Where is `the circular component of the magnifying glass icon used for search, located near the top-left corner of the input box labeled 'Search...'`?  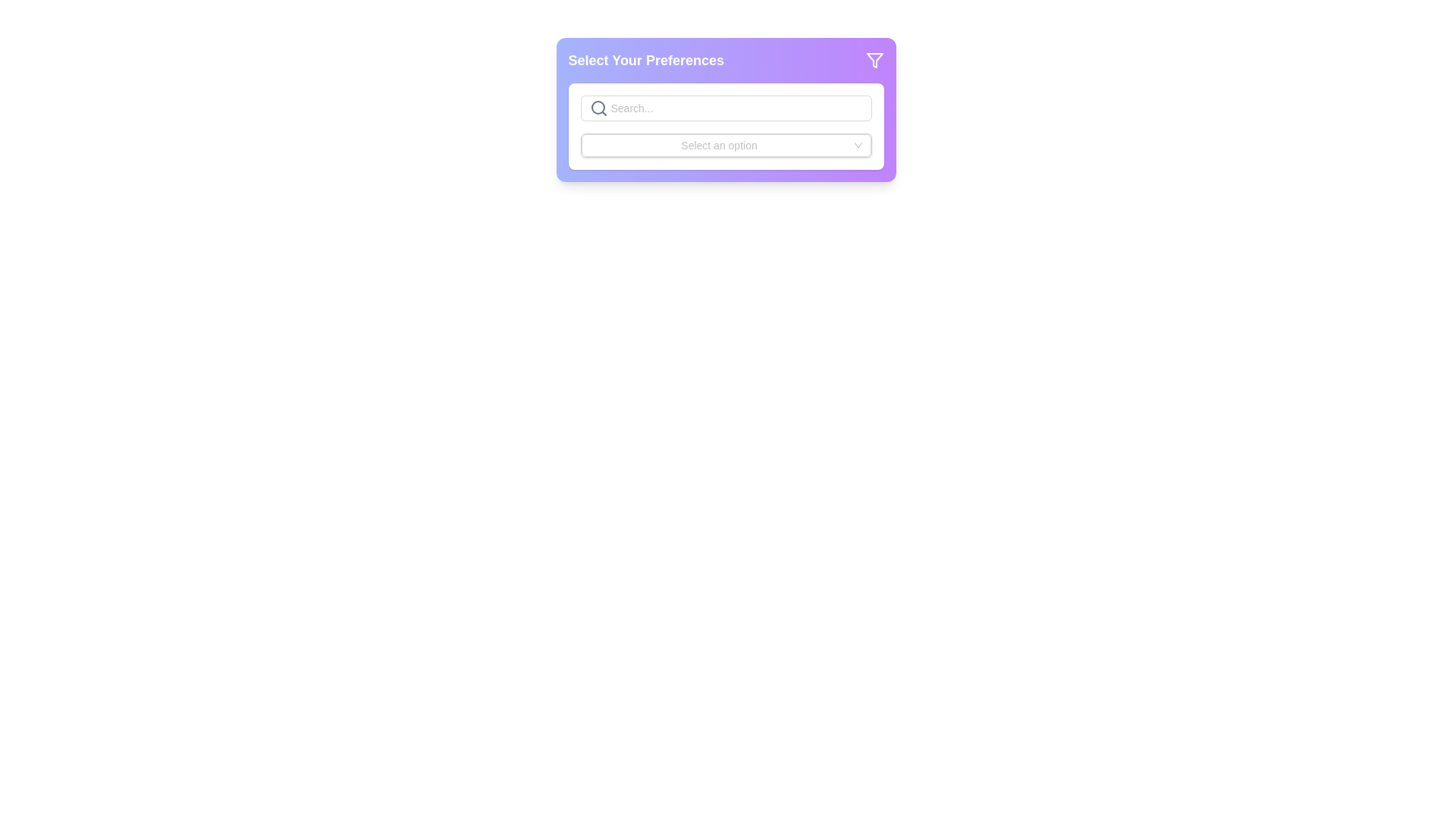 the circular component of the magnifying glass icon used for search, located near the top-left corner of the input box labeled 'Search...' is located at coordinates (597, 107).